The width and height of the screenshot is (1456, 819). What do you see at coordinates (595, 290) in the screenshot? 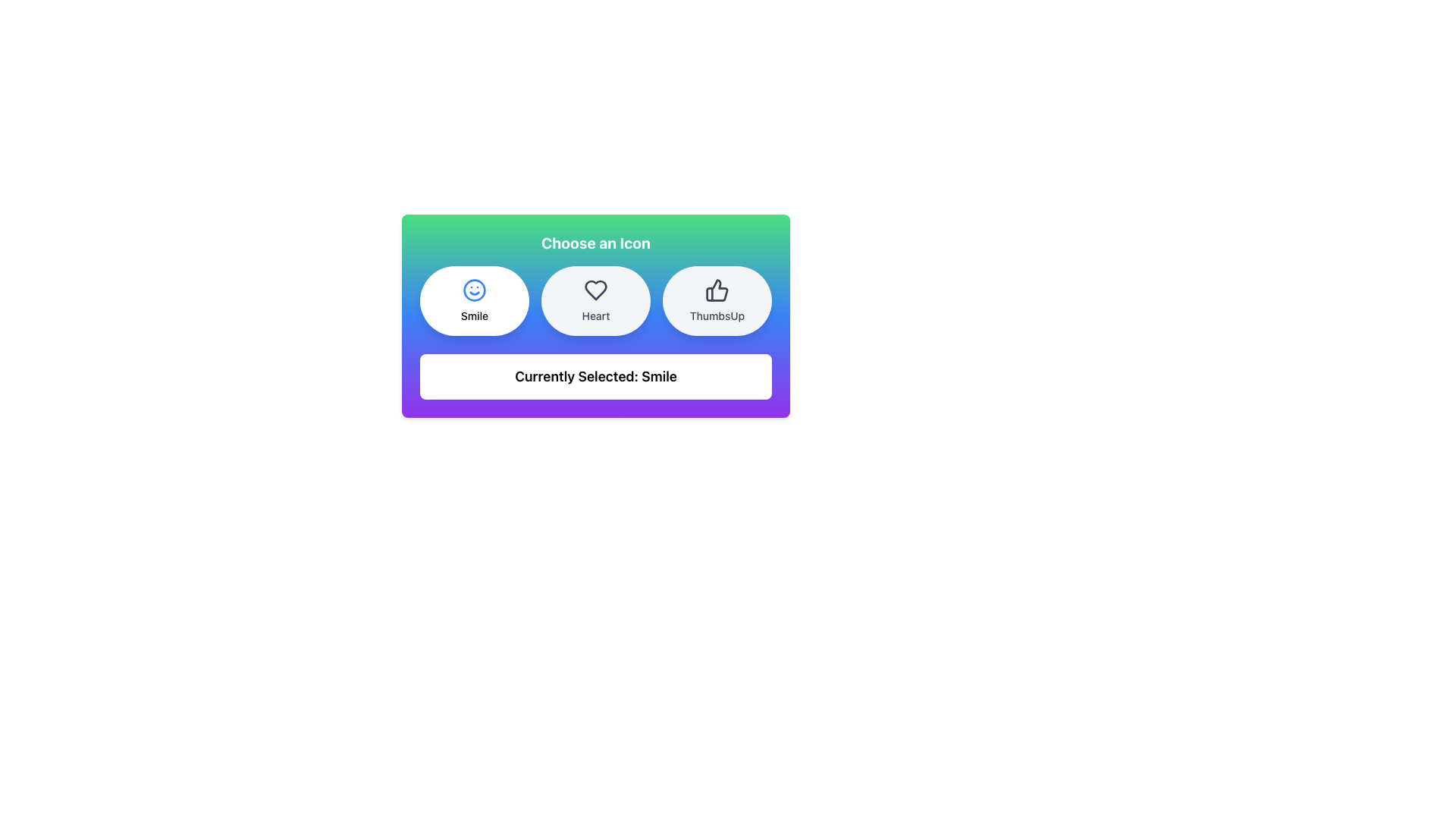
I see `the heart icon located in the center of the circular button, which is part of a selection interface with the label 'Heart' below it` at bounding box center [595, 290].